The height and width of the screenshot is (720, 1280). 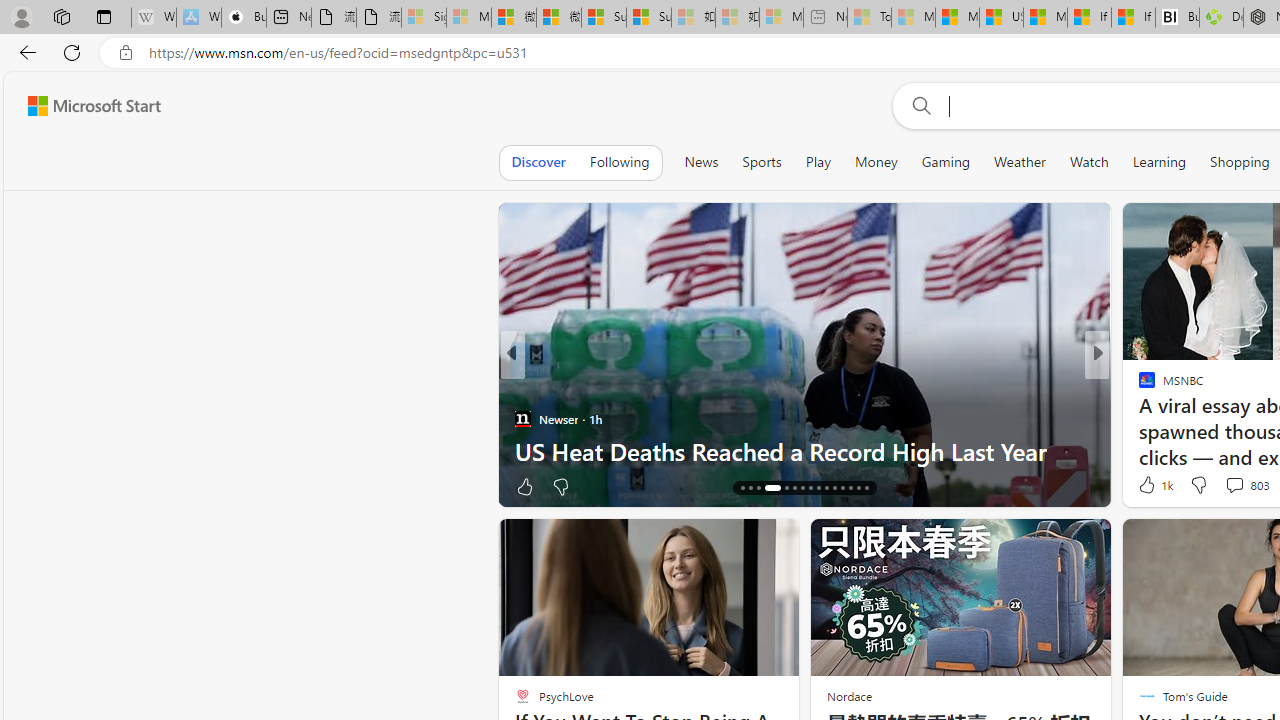 I want to click on 'WOWK Charleston', so click(x=1138, y=418).